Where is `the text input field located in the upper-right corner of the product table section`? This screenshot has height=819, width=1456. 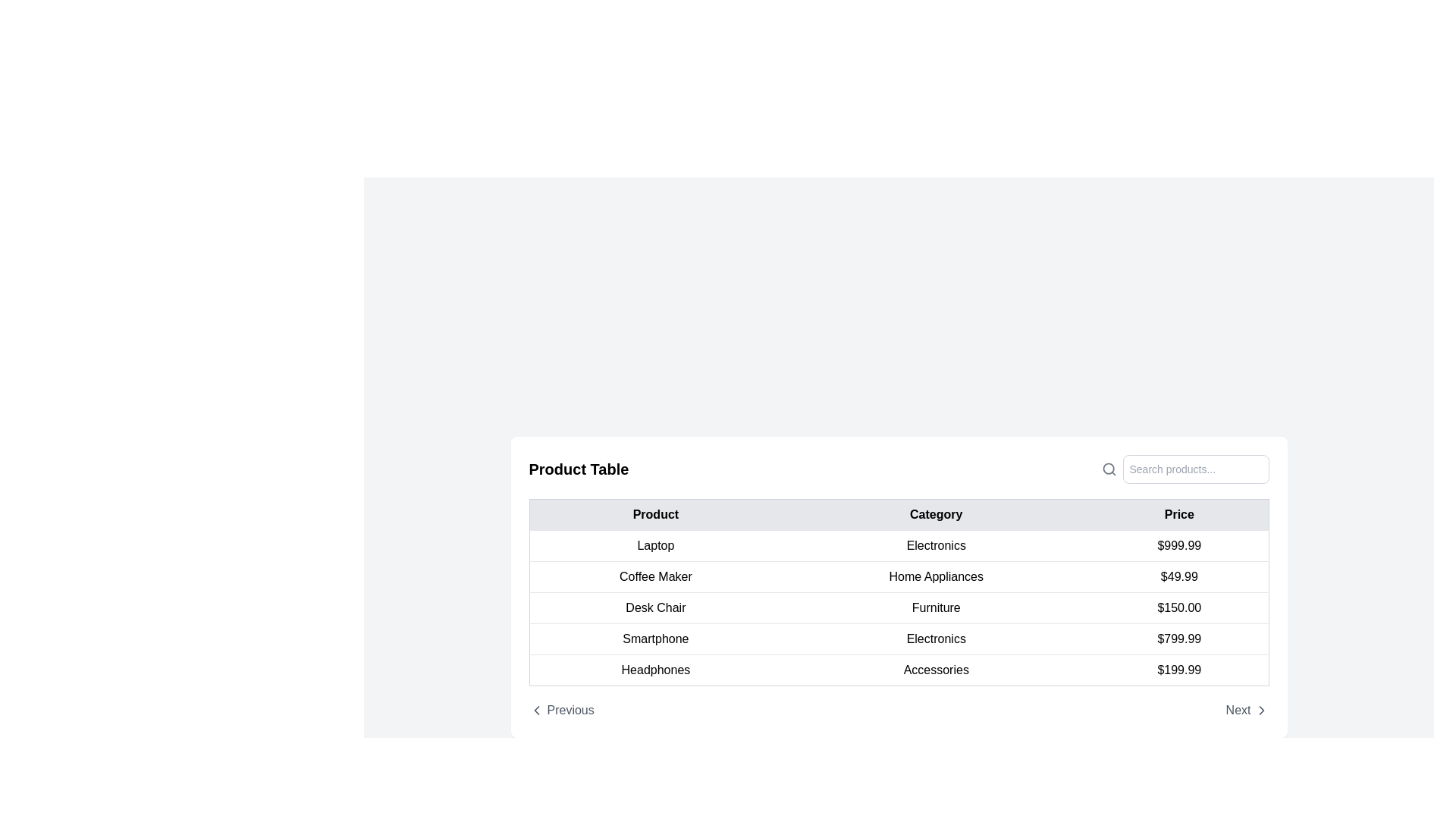
the text input field located in the upper-right corner of the product table section is located at coordinates (1195, 467).